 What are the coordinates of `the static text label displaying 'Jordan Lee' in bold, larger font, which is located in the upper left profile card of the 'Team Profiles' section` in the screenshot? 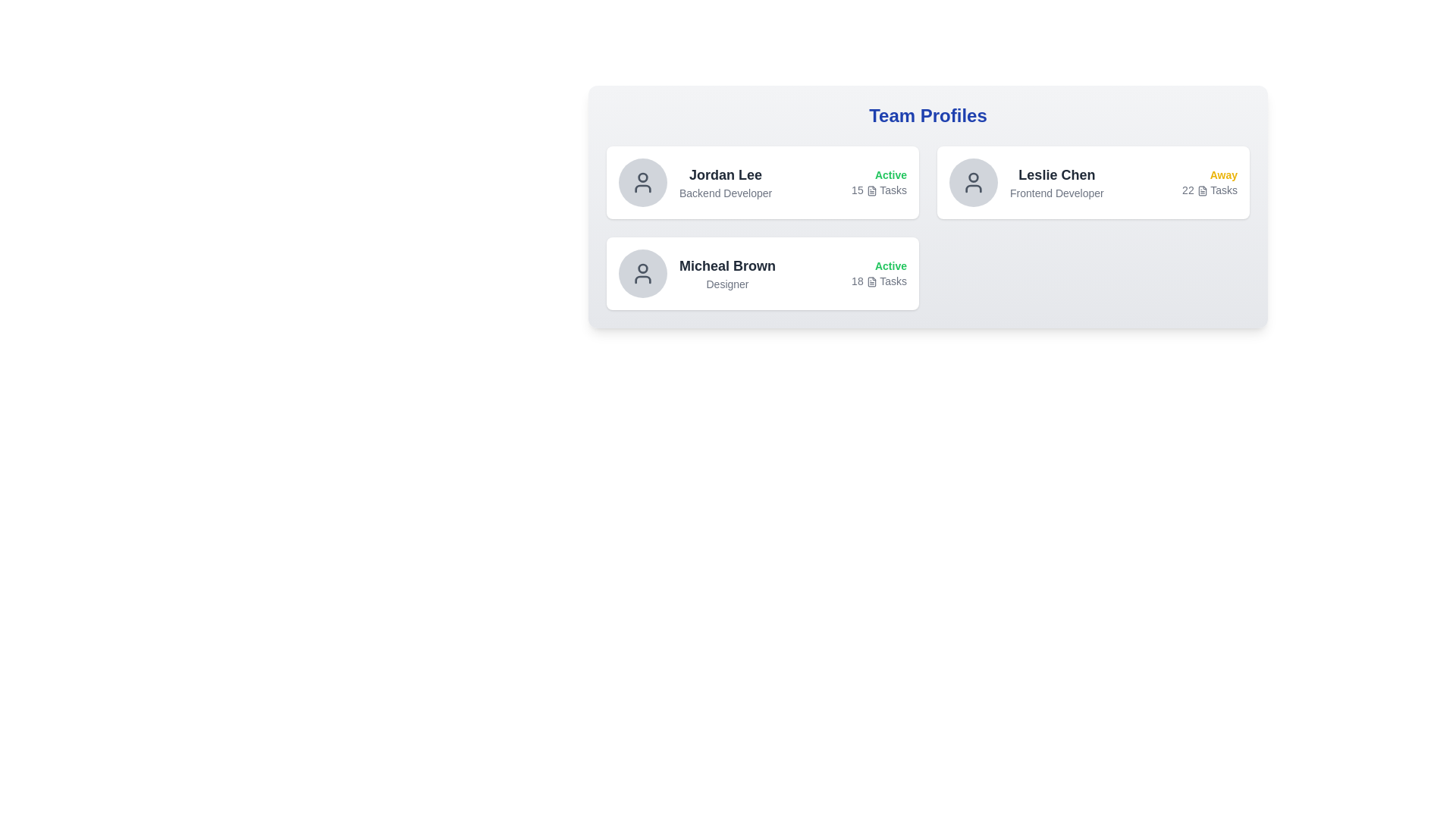 It's located at (725, 174).